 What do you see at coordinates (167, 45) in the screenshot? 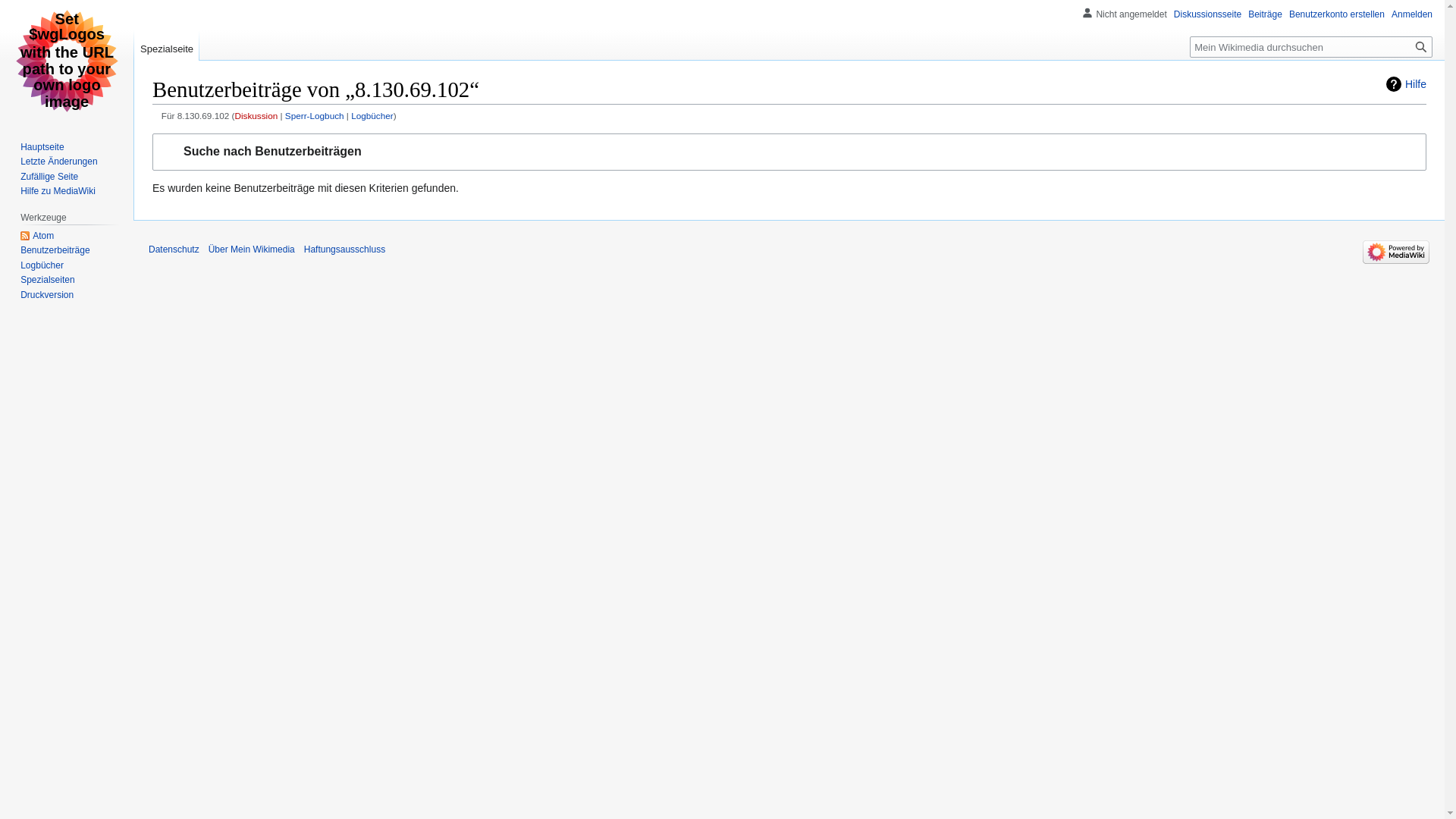
I see `'Spezialseite'` at bounding box center [167, 45].